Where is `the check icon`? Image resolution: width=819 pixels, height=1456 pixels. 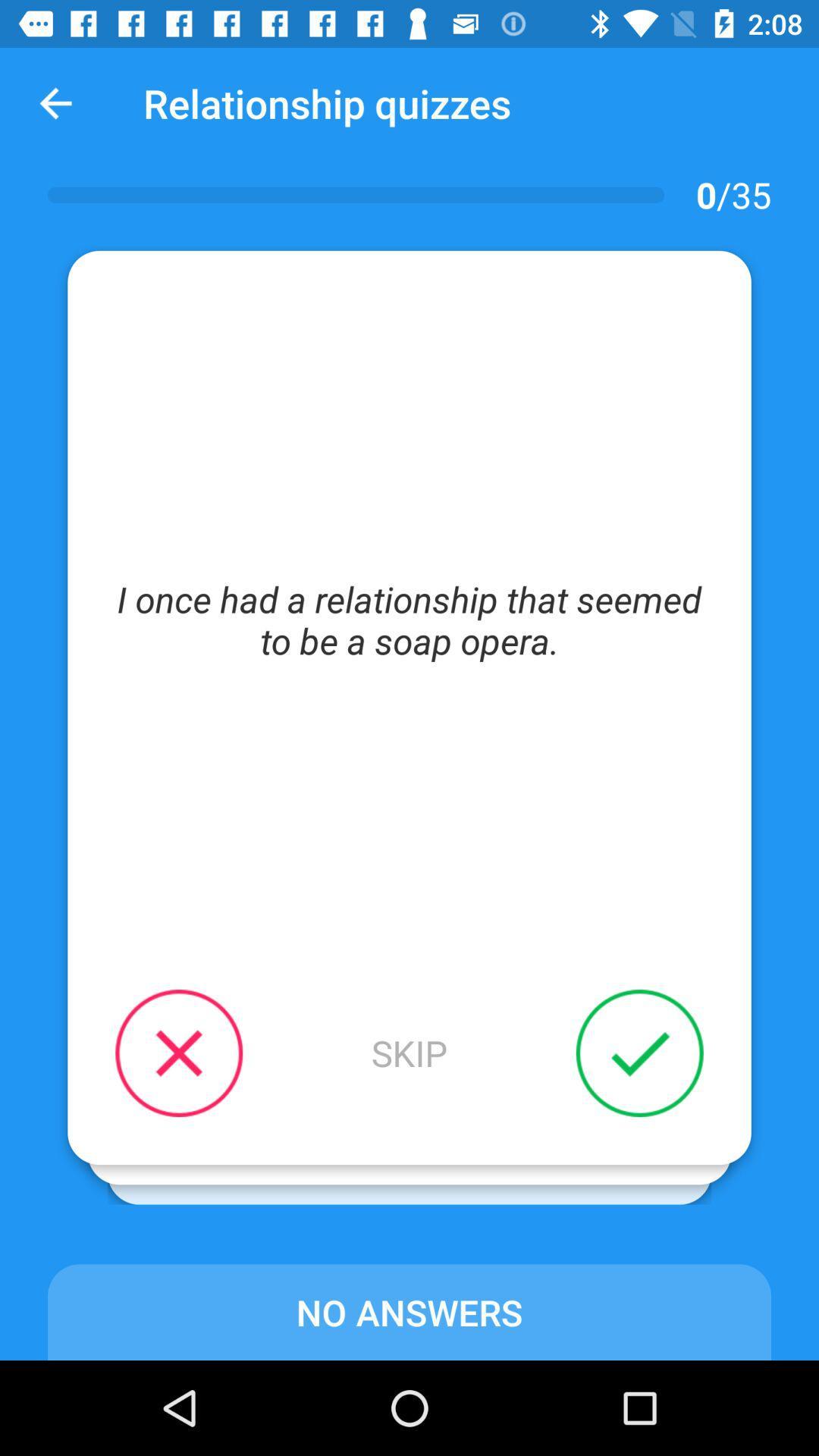
the check icon is located at coordinates (620, 1072).